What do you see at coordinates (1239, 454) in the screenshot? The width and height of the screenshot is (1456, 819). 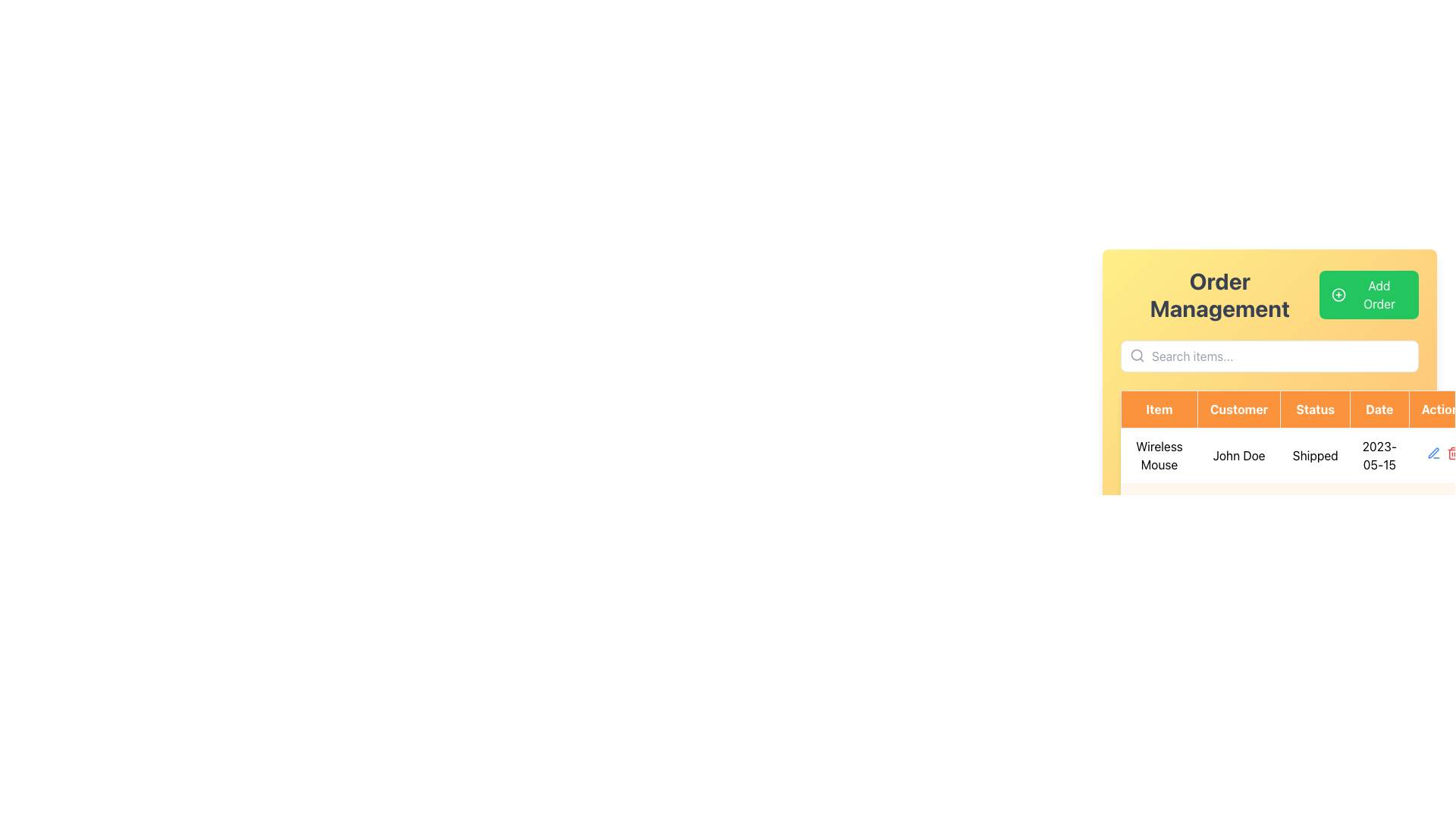 I see `the Text Label that displays the customer name associated with the order details for 'Wireless Mouse' in the table` at bounding box center [1239, 454].